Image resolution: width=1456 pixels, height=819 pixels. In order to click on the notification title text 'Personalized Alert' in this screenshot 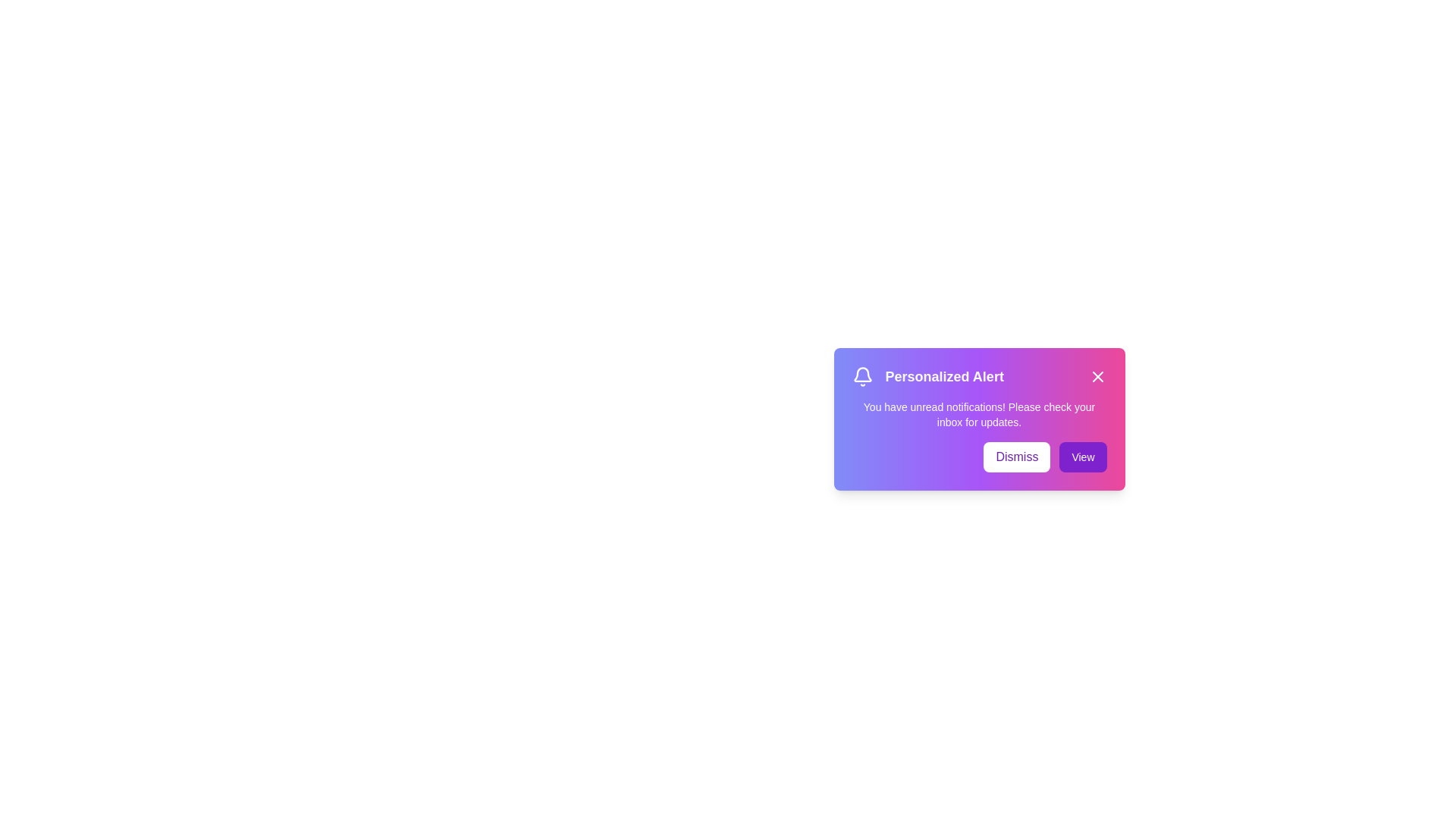, I will do `click(979, 376)`.